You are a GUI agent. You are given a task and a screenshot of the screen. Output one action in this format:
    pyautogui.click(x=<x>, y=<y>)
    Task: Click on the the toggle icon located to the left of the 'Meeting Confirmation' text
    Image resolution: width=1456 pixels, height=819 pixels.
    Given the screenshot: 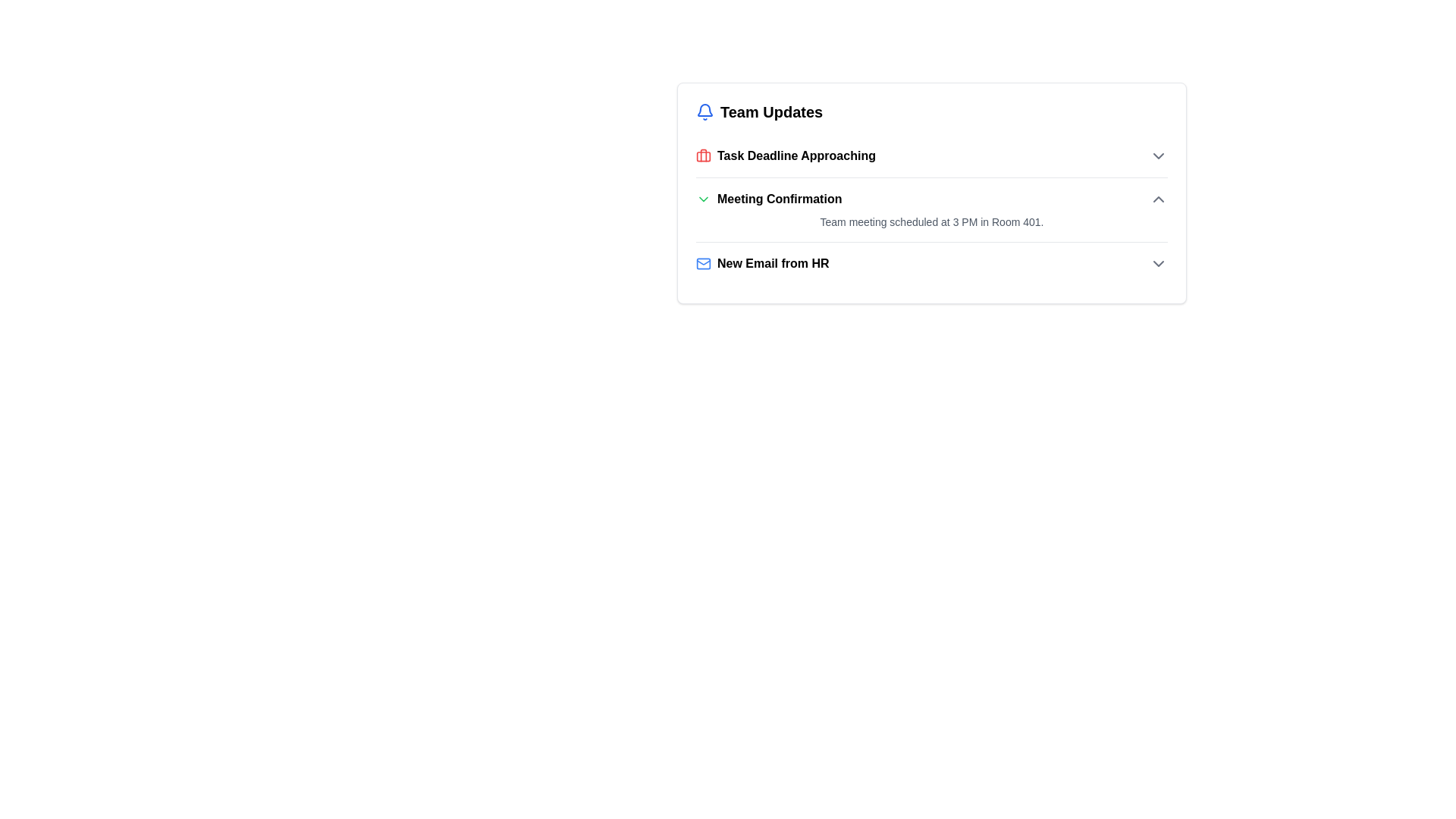 What is the action you would take?
    pyautogui.click(x=702, y=198)
    